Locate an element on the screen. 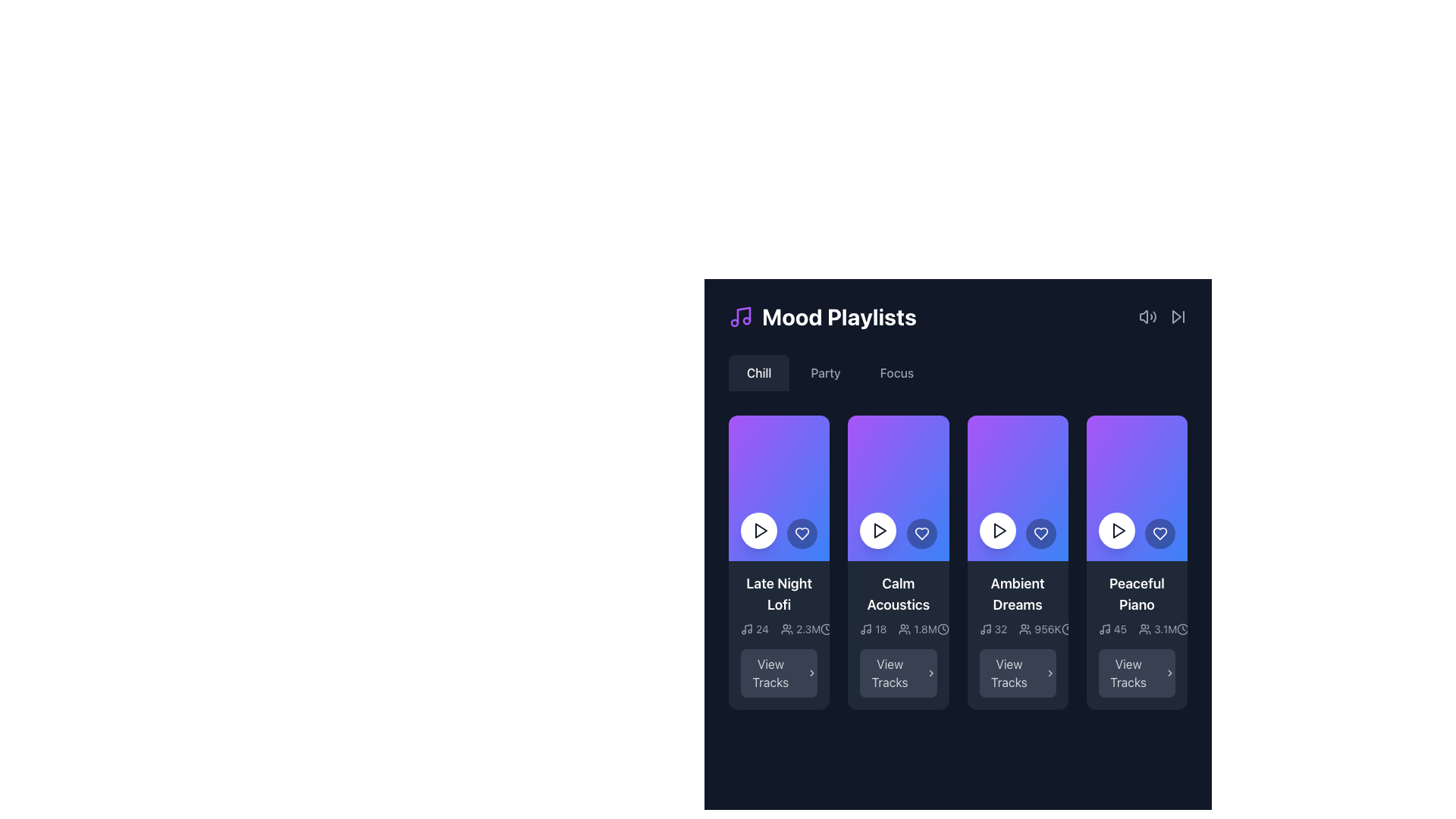  the heart button is located at coordinates (1159, 533).